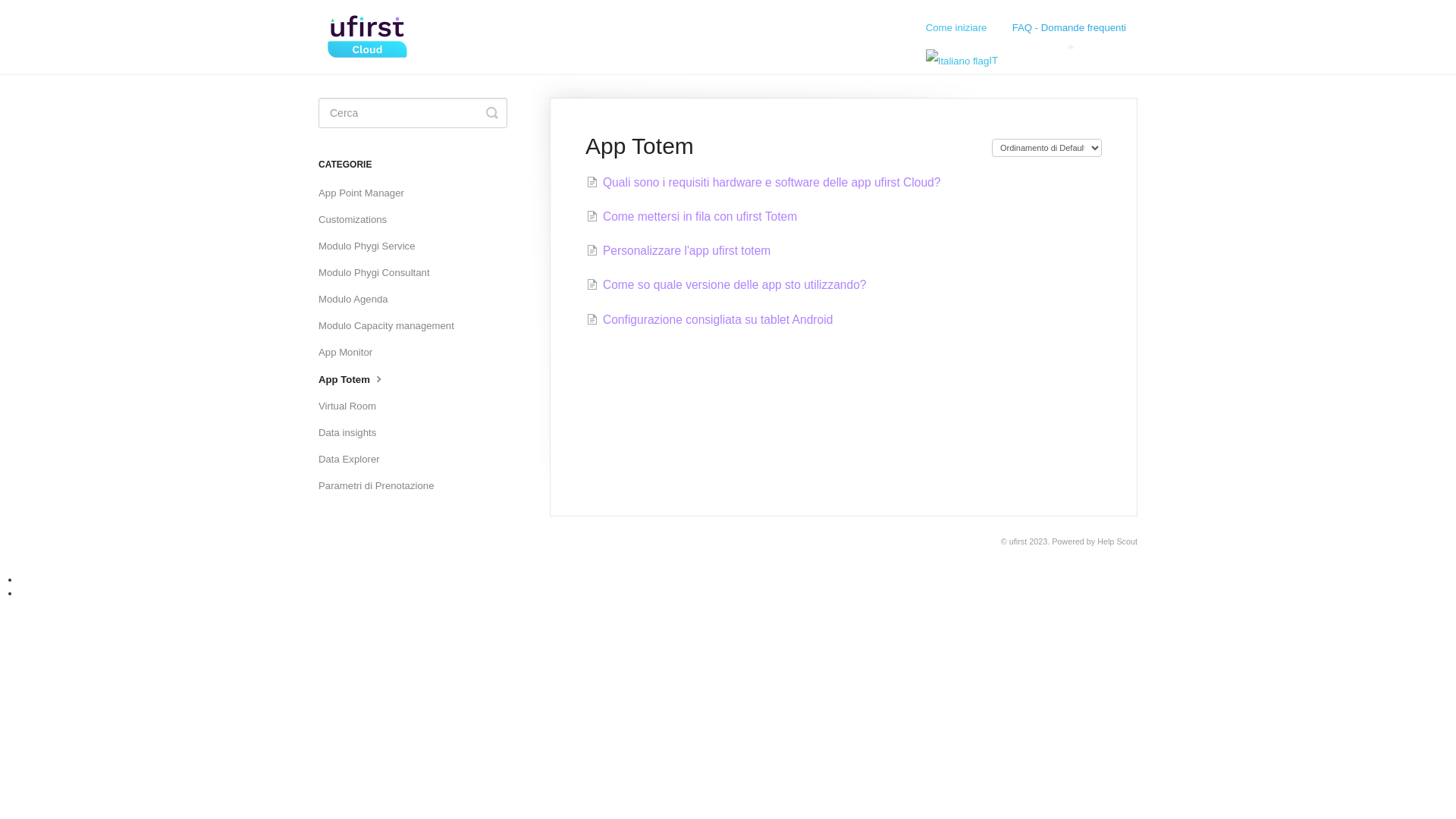 This screenshot has width=1456, height=819. Describe the element at coordinates (358, 299) in the screenshot. I see `'Modulo Agenda'` at that location.